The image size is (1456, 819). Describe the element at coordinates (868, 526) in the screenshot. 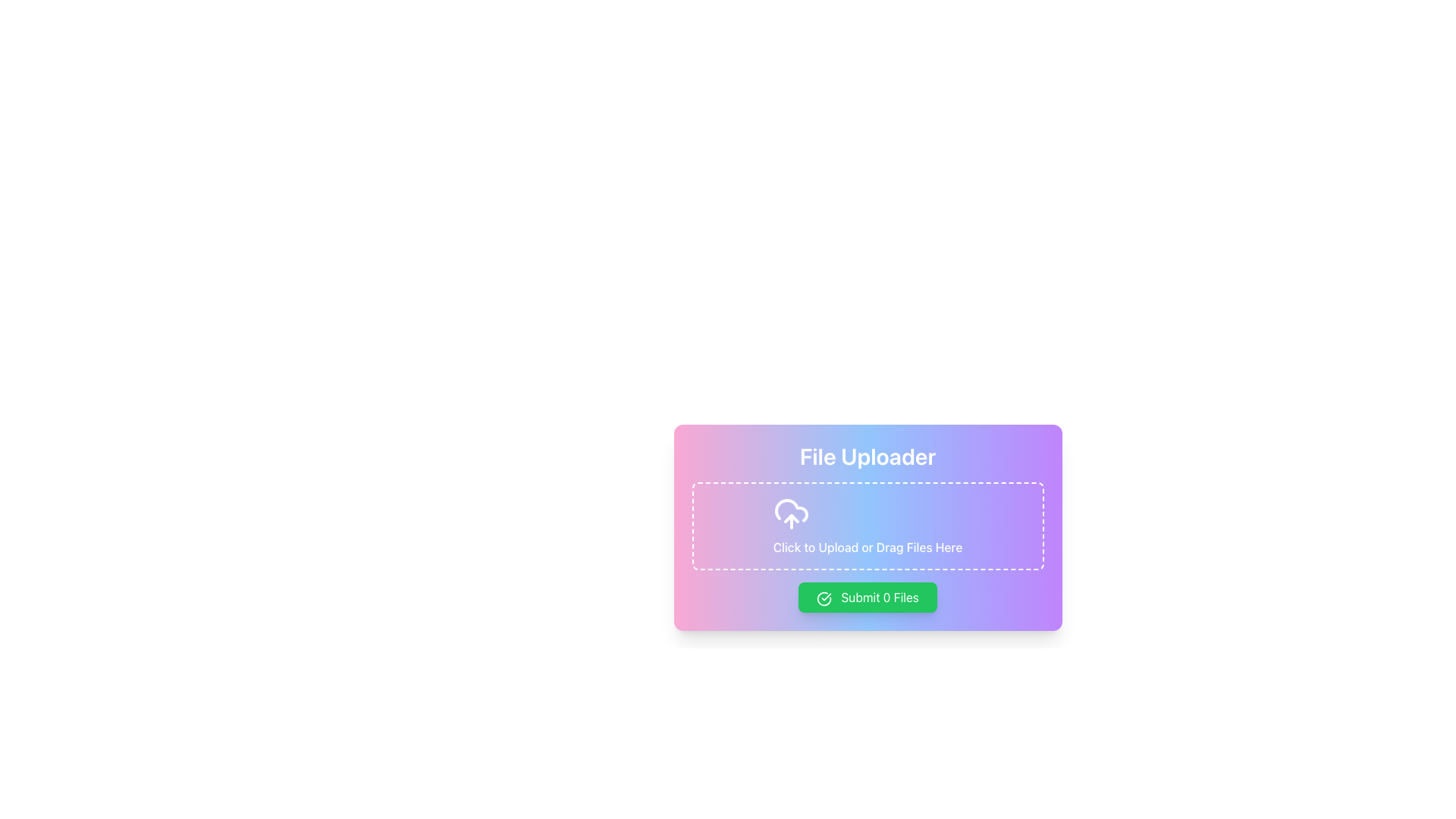

I see `the central upload area of the 'File Uploader' interface to browse files for upload` at that location.